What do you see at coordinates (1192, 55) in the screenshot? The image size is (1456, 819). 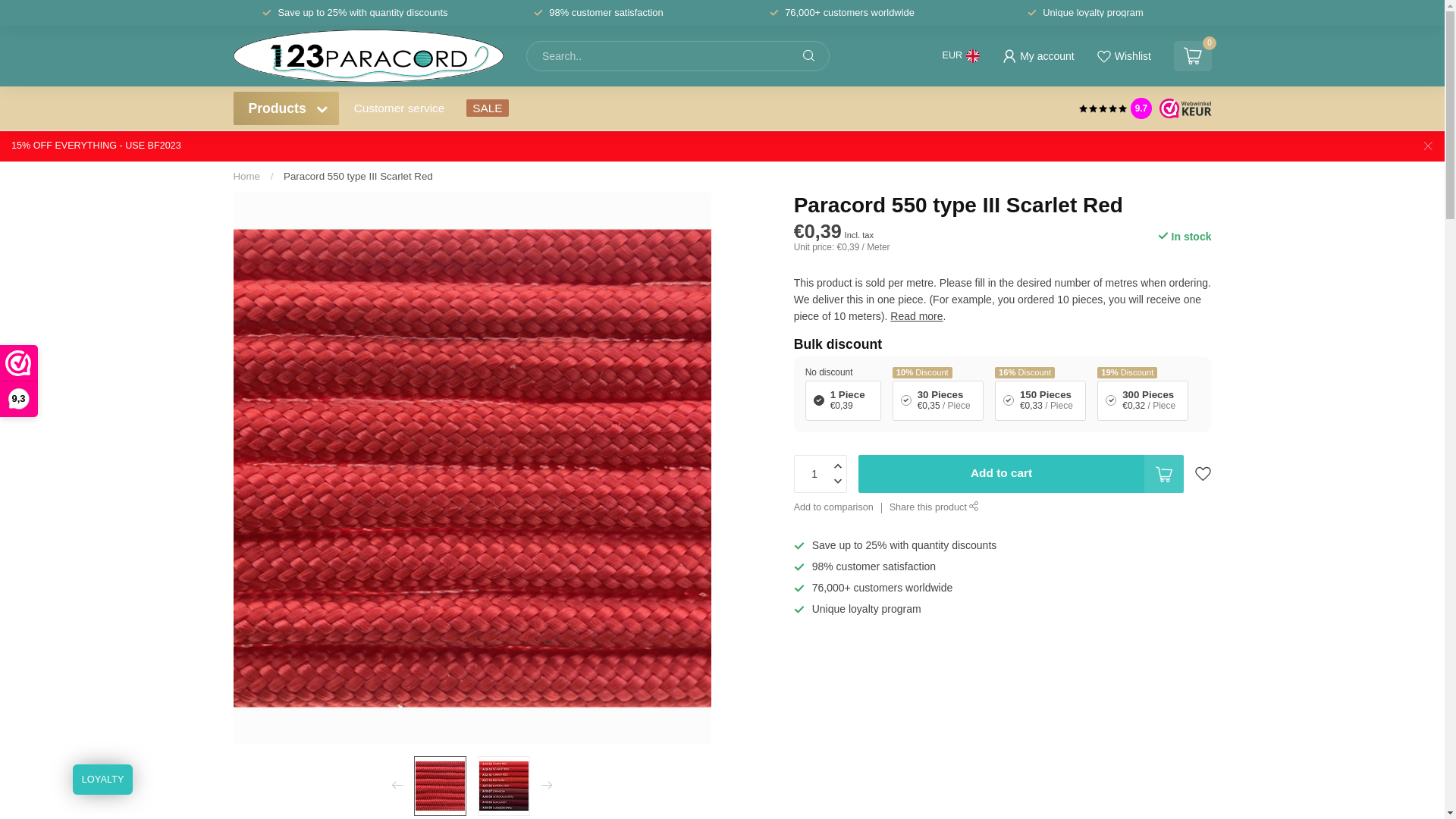 I see `'0'` at bounding box center [1192, 55].